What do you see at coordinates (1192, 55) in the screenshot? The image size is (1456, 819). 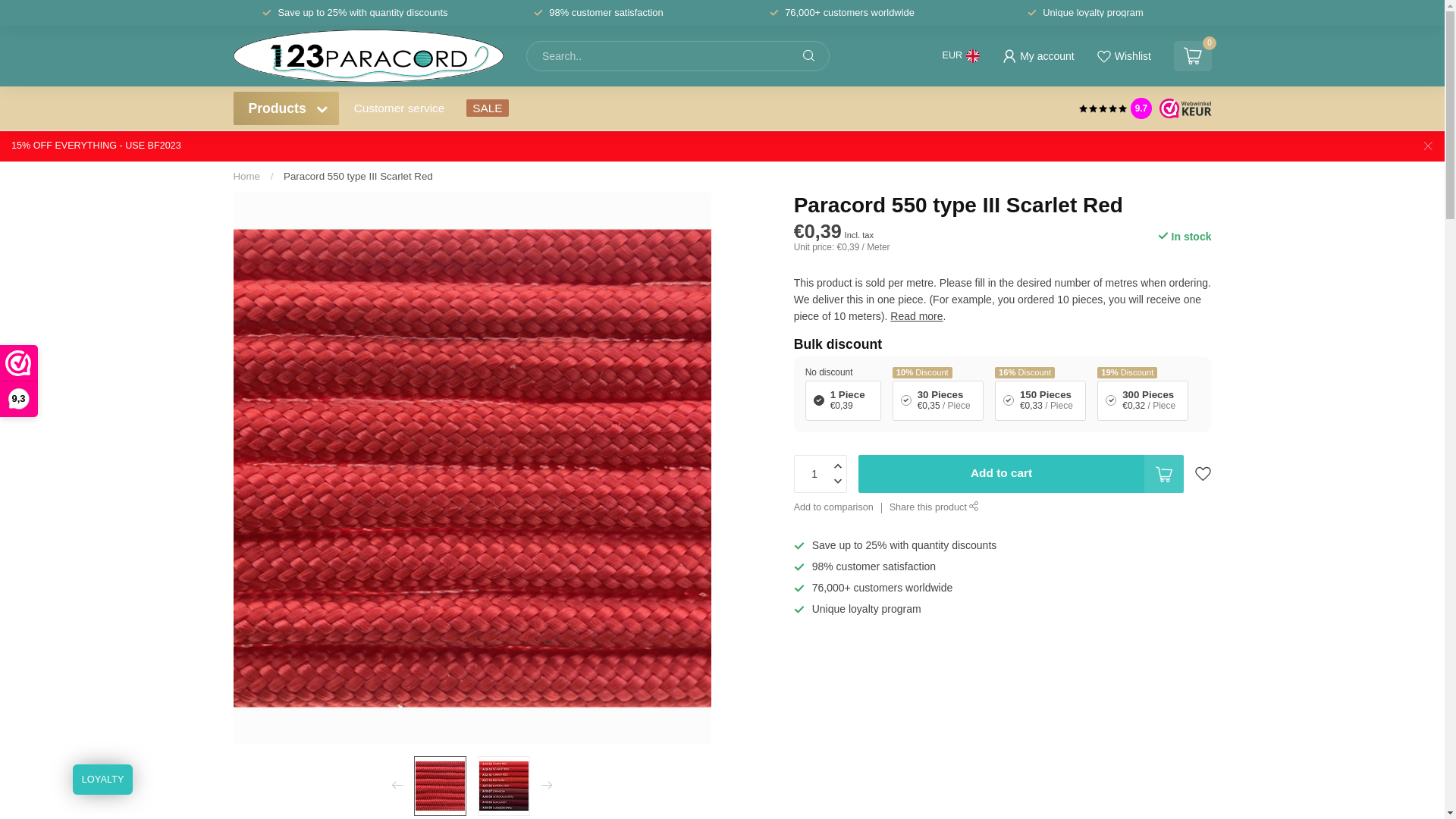 I see `'0'` at bounding box center [1192, 55].